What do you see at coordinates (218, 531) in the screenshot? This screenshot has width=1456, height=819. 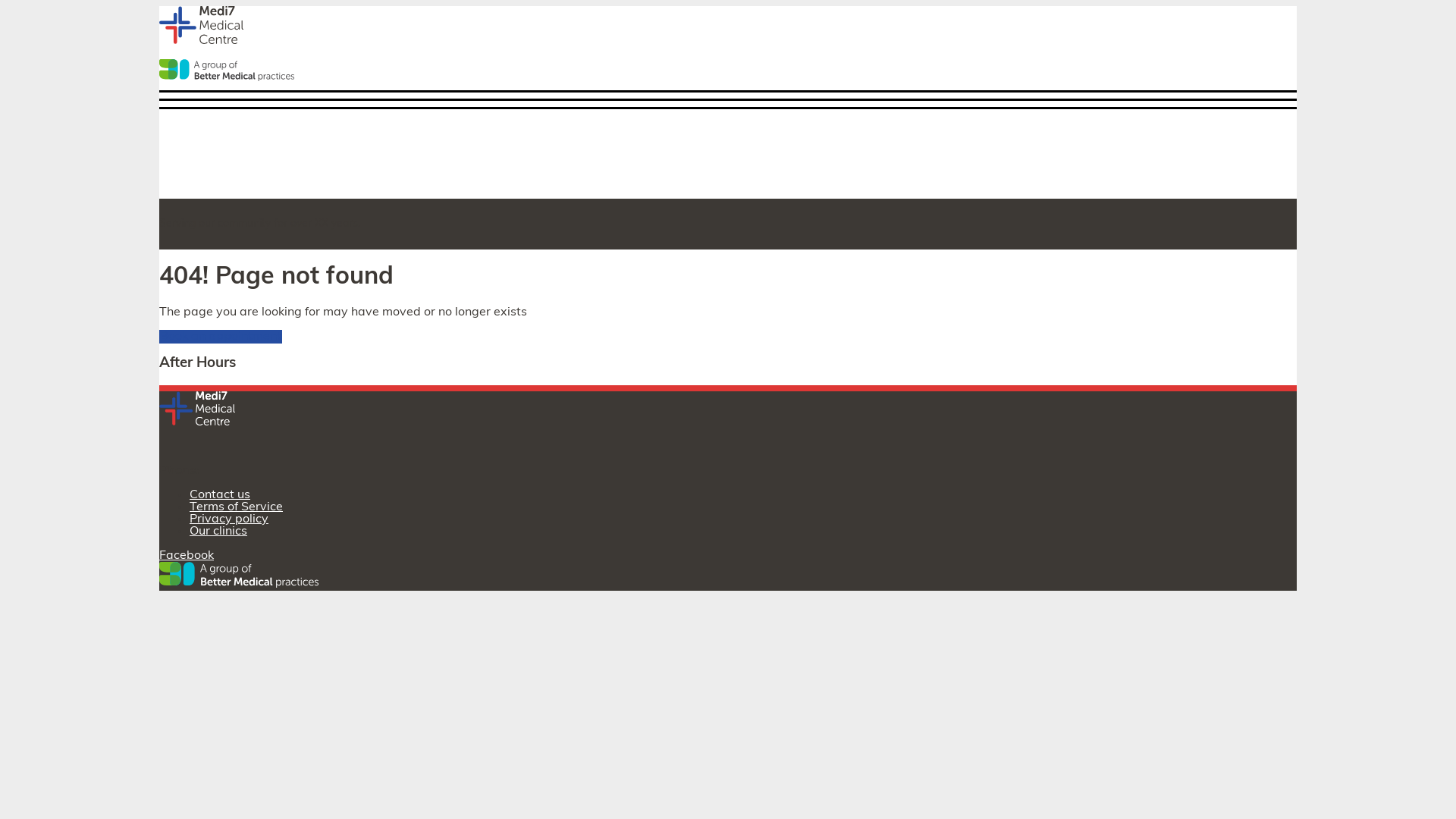 I see `'Our clinics'` at bounding box center [218, 531].